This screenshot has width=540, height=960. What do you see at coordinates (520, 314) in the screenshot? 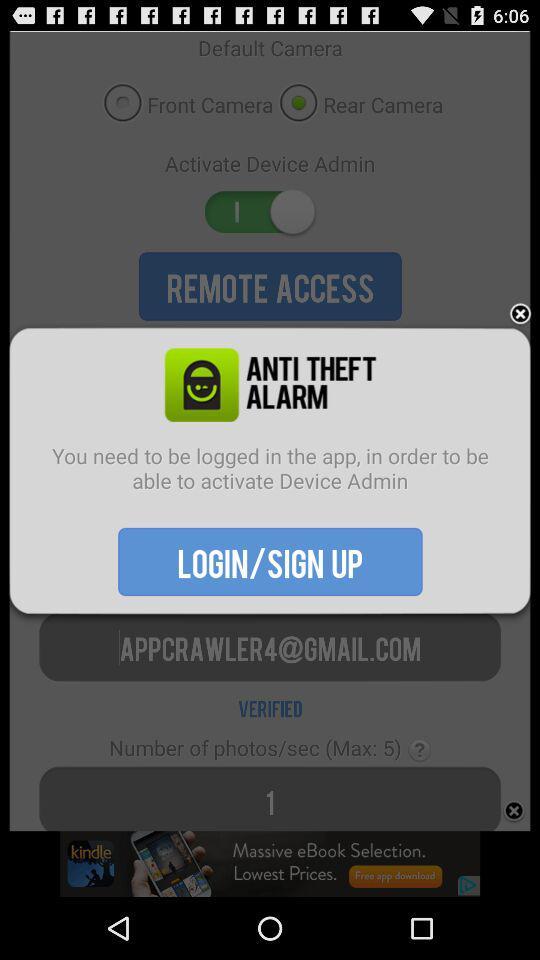
I see `the icon at the top right corner` at bounding box center [520, 314].